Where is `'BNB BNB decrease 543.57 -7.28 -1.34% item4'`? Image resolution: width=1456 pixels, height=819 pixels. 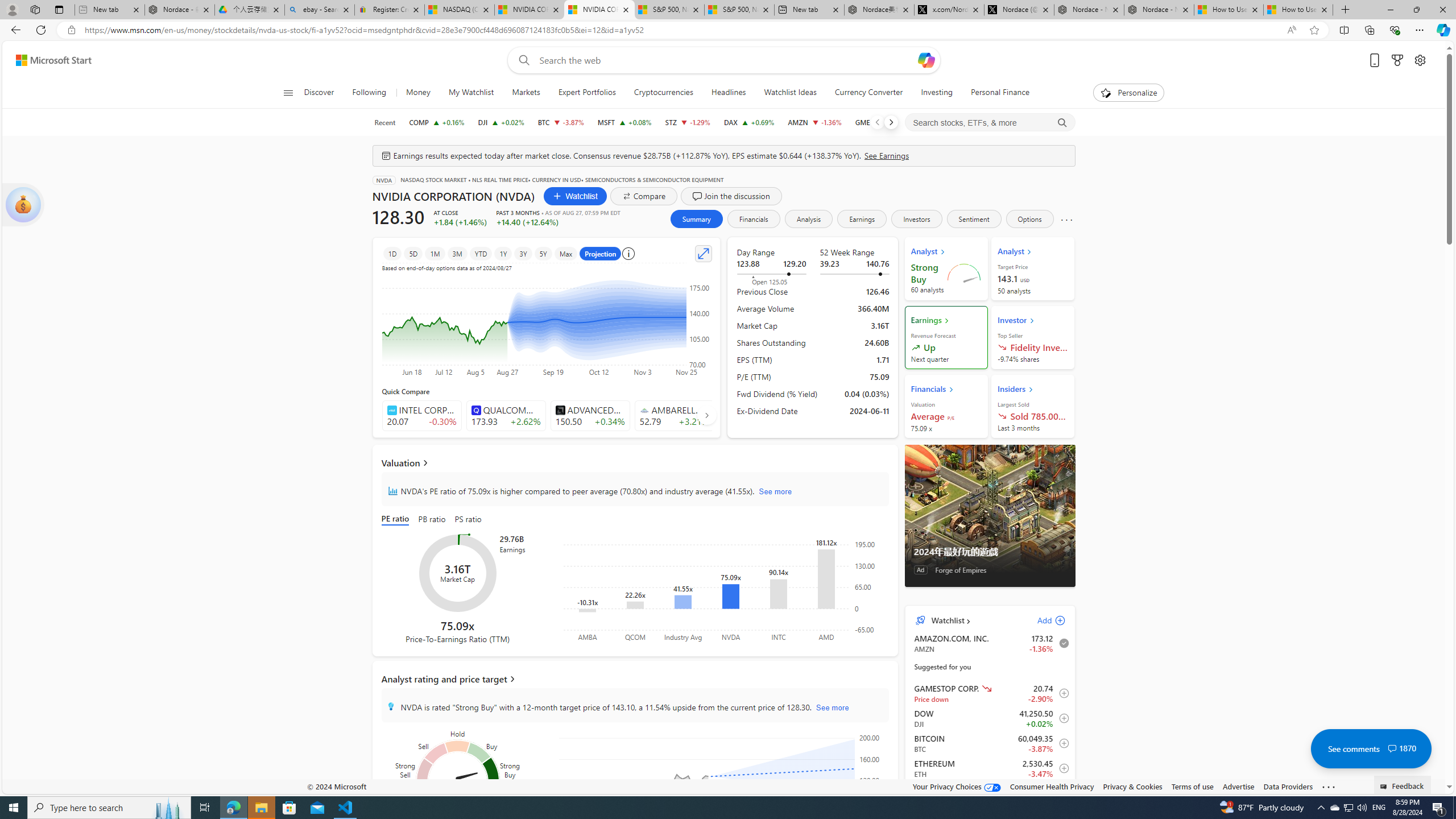
'BNB BNB decrease 543.57 -7.28 -1.34% item4' is located at coordinates (990, 793).